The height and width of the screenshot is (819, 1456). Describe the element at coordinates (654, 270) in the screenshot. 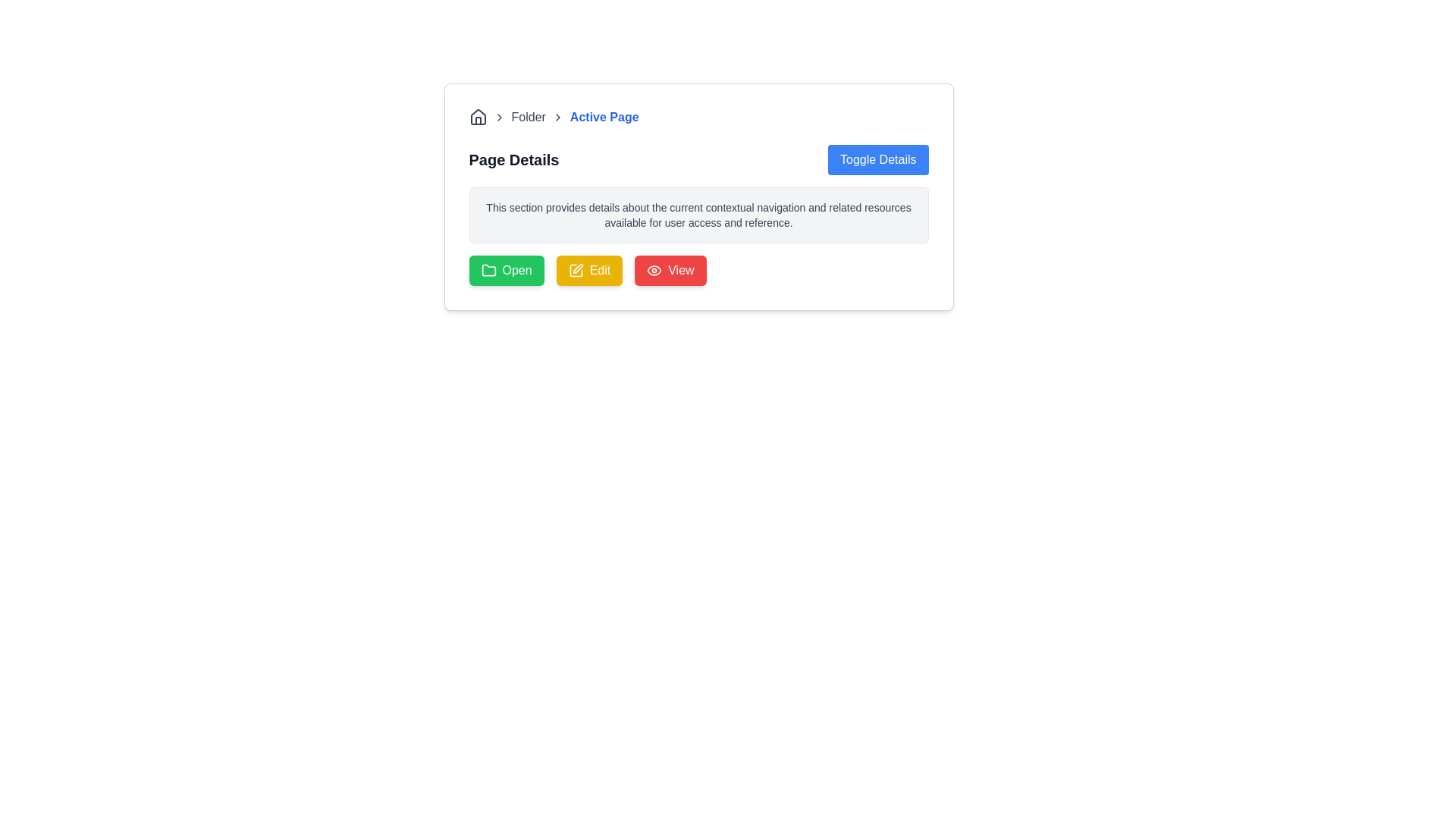

I see `the eye-shaped icon located to the left of the 'View' text on the red button` at that location.